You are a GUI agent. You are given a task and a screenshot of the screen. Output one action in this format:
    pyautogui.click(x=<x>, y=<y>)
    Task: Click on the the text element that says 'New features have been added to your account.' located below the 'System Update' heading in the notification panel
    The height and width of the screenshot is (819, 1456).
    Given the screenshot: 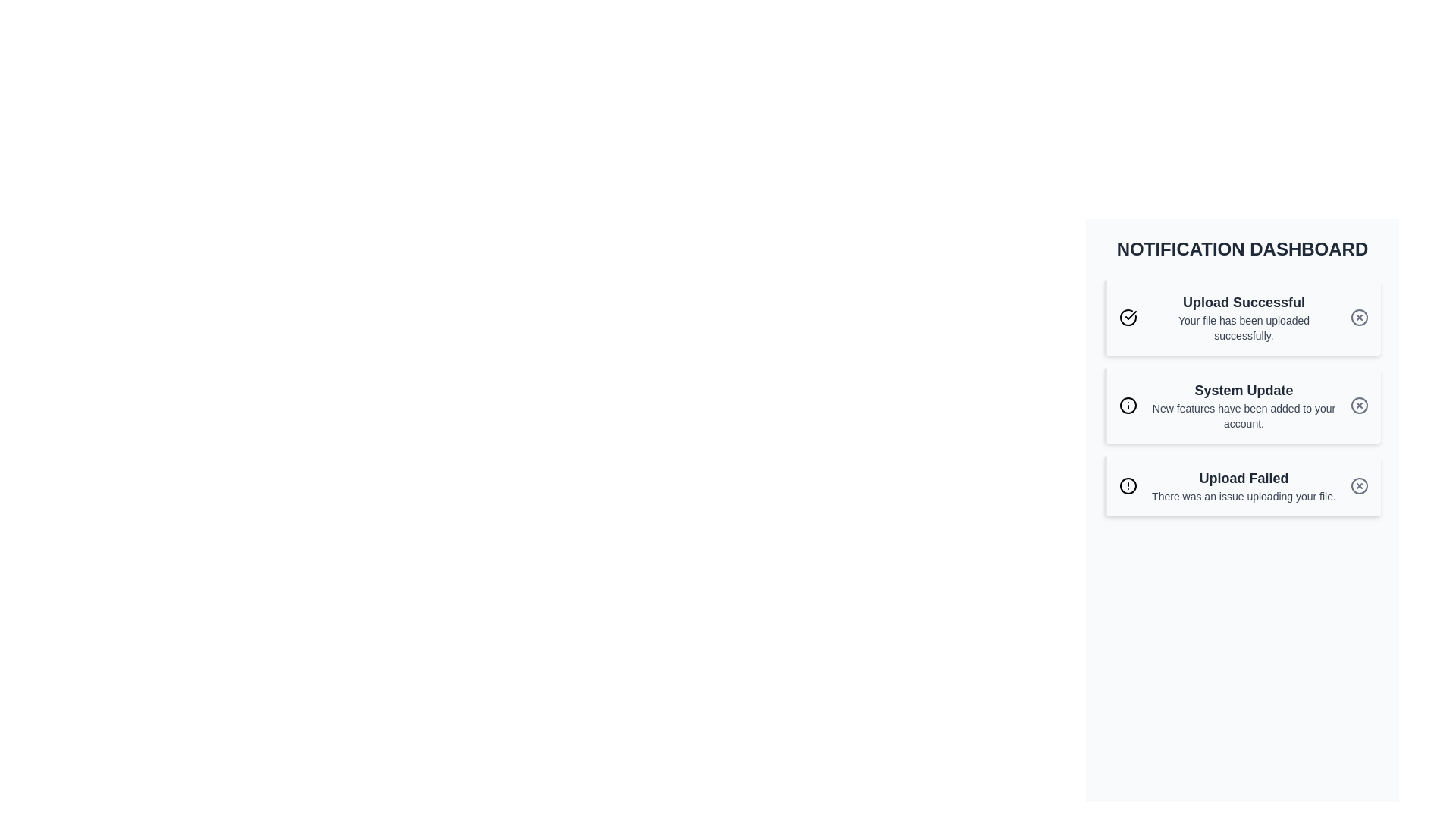 What is the action you would take?
    pyautogui.click(x=1244, y=416)
    